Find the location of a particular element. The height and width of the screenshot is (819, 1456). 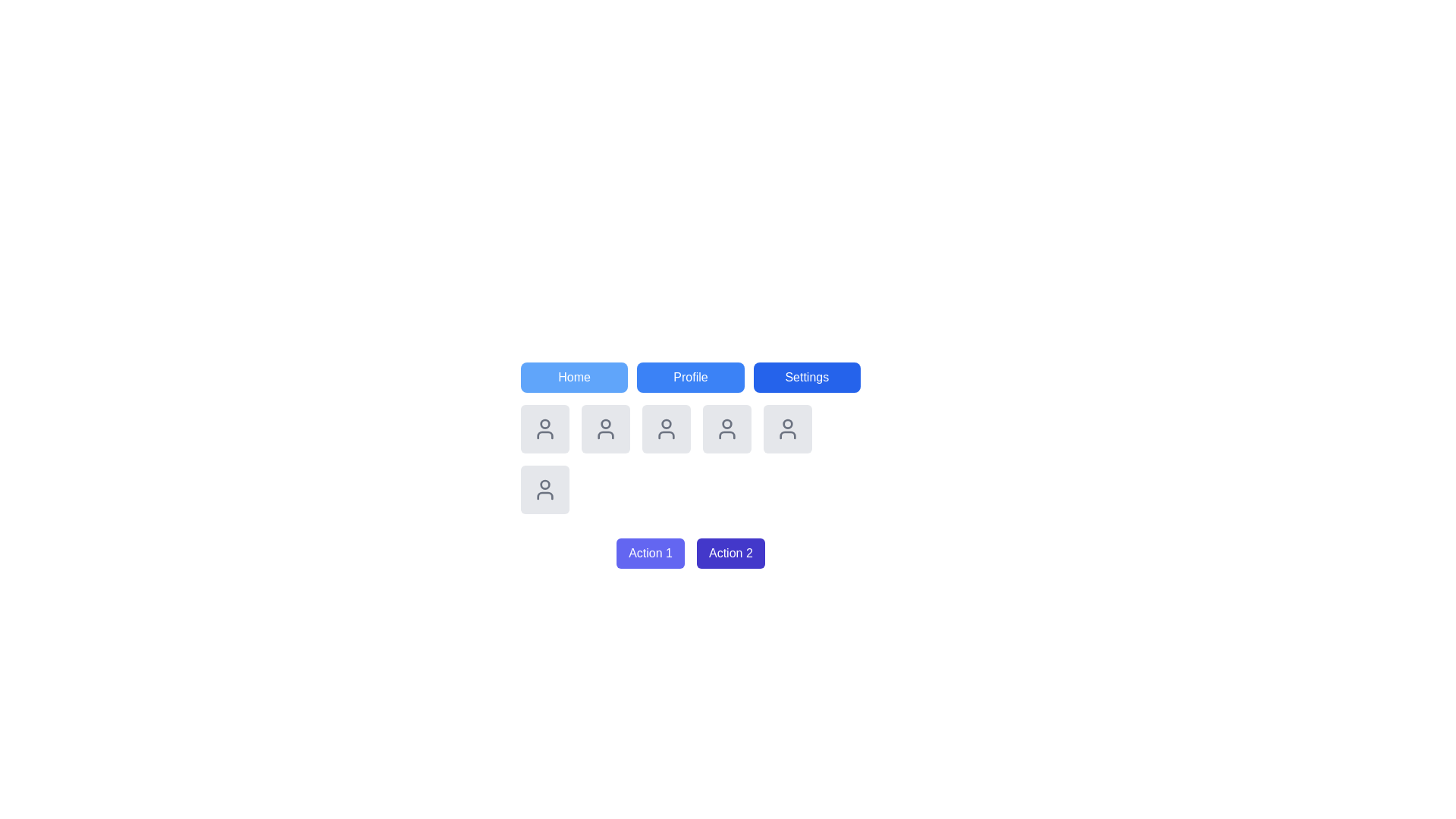

the decorative SVG circle that represents part of a user icon in the grid layout, located near the top center of the icon is located at coordinates (545, 485).